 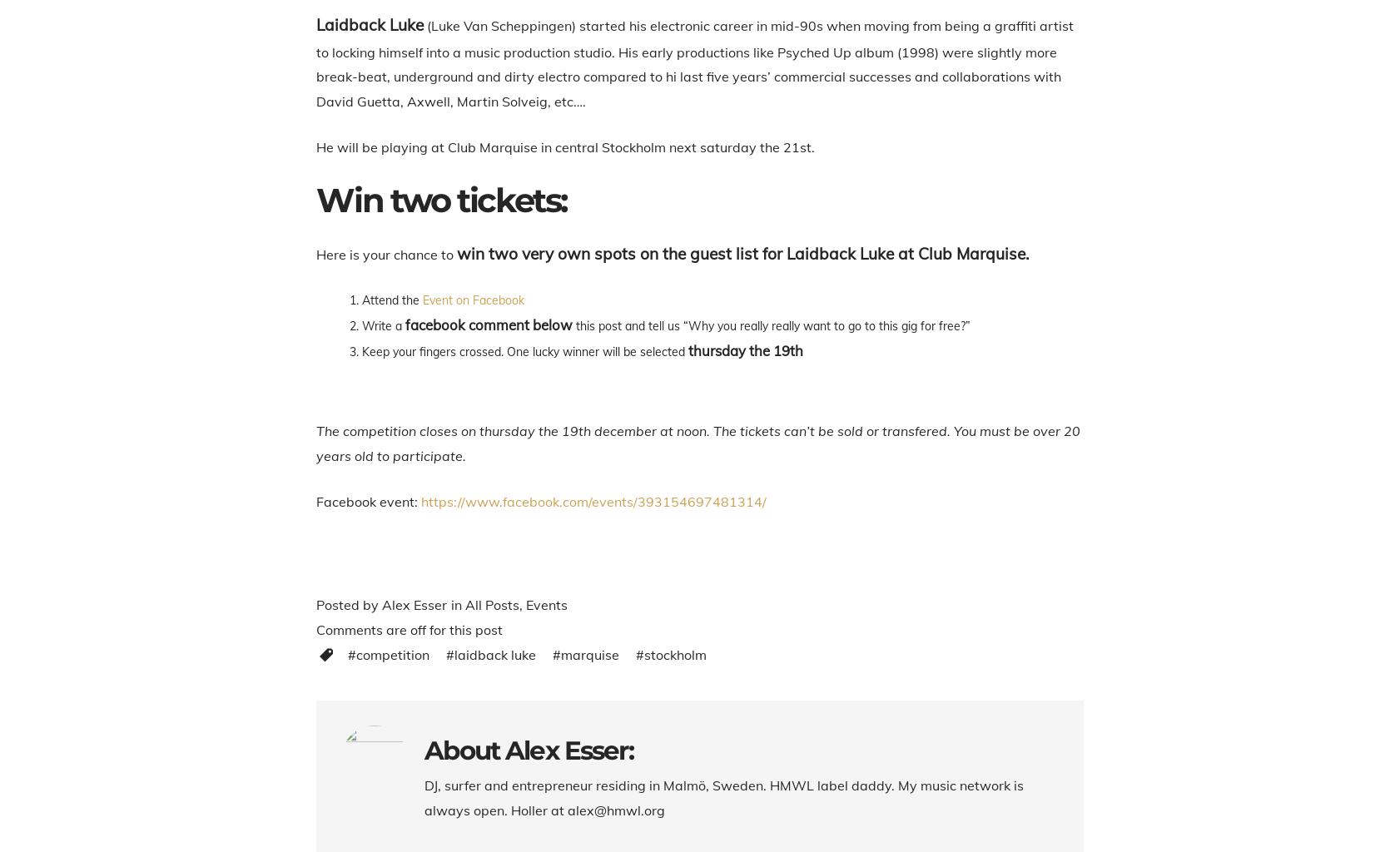 I want to click on 'this post and tell us “Why you really really want to go to this gig for free?”', so click(x=772, y=324).